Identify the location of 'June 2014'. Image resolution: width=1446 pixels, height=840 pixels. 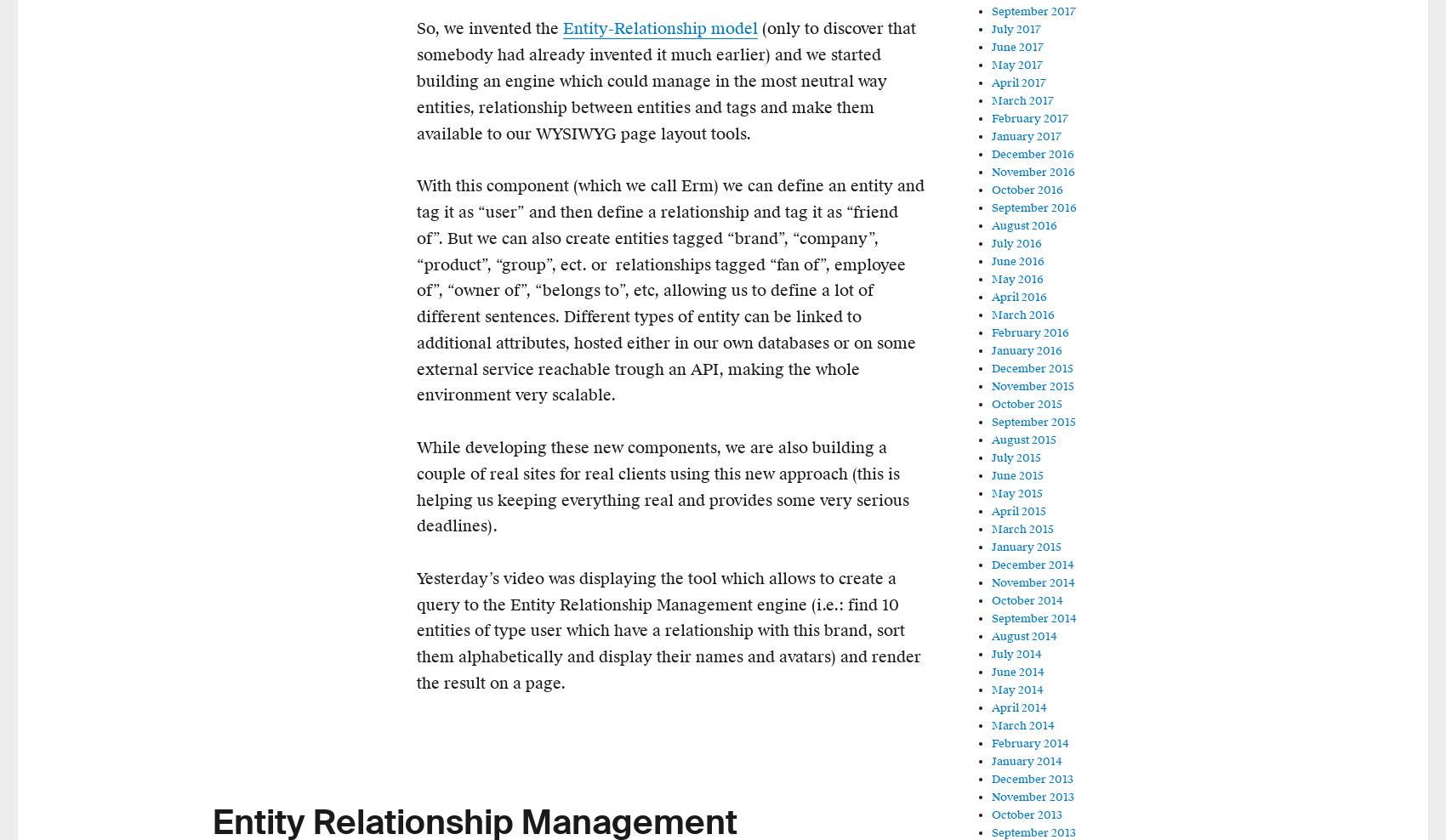
(1016, 671).